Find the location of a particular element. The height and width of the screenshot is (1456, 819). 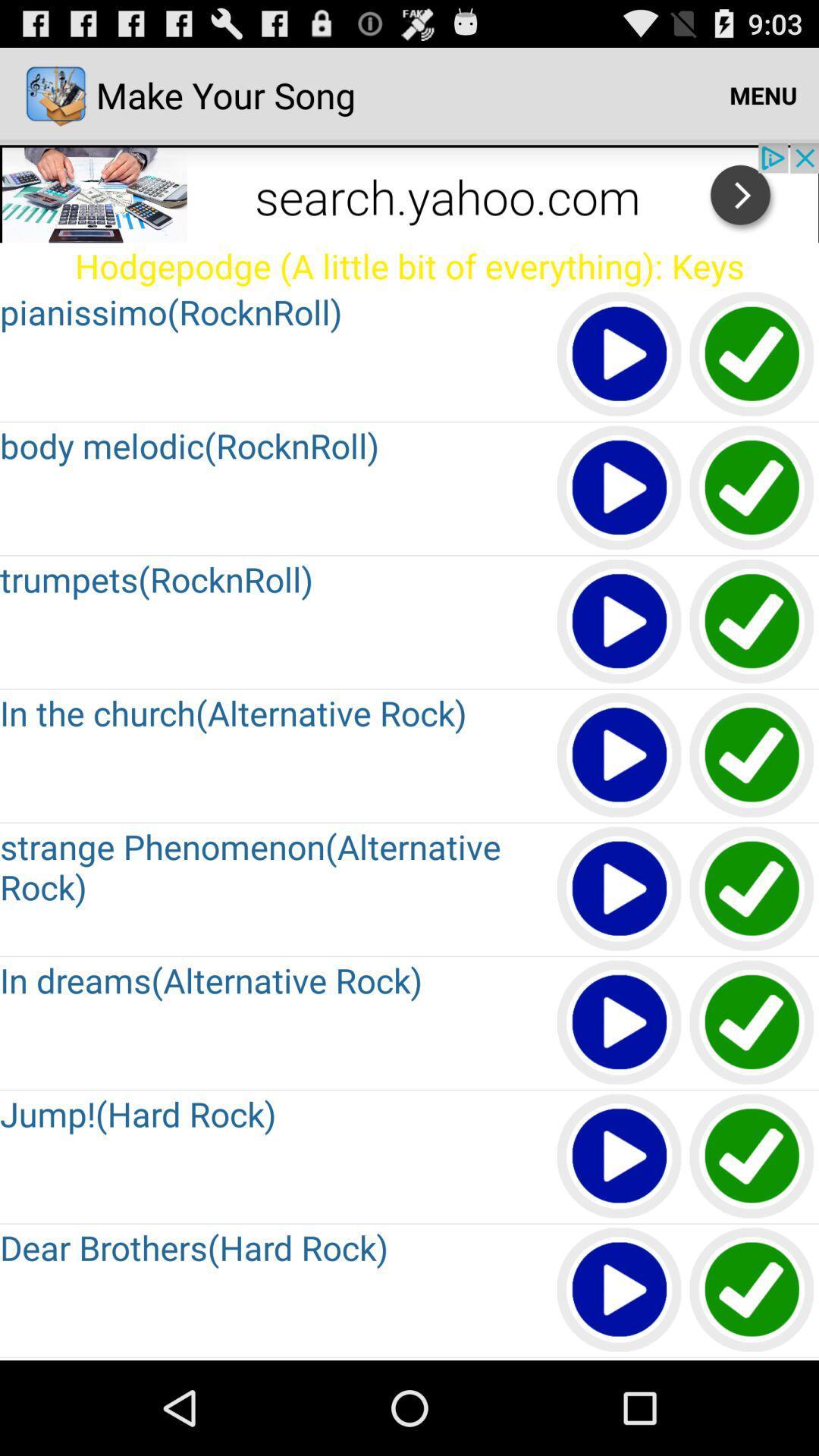

advertisement is located at coordinates (409, 192).